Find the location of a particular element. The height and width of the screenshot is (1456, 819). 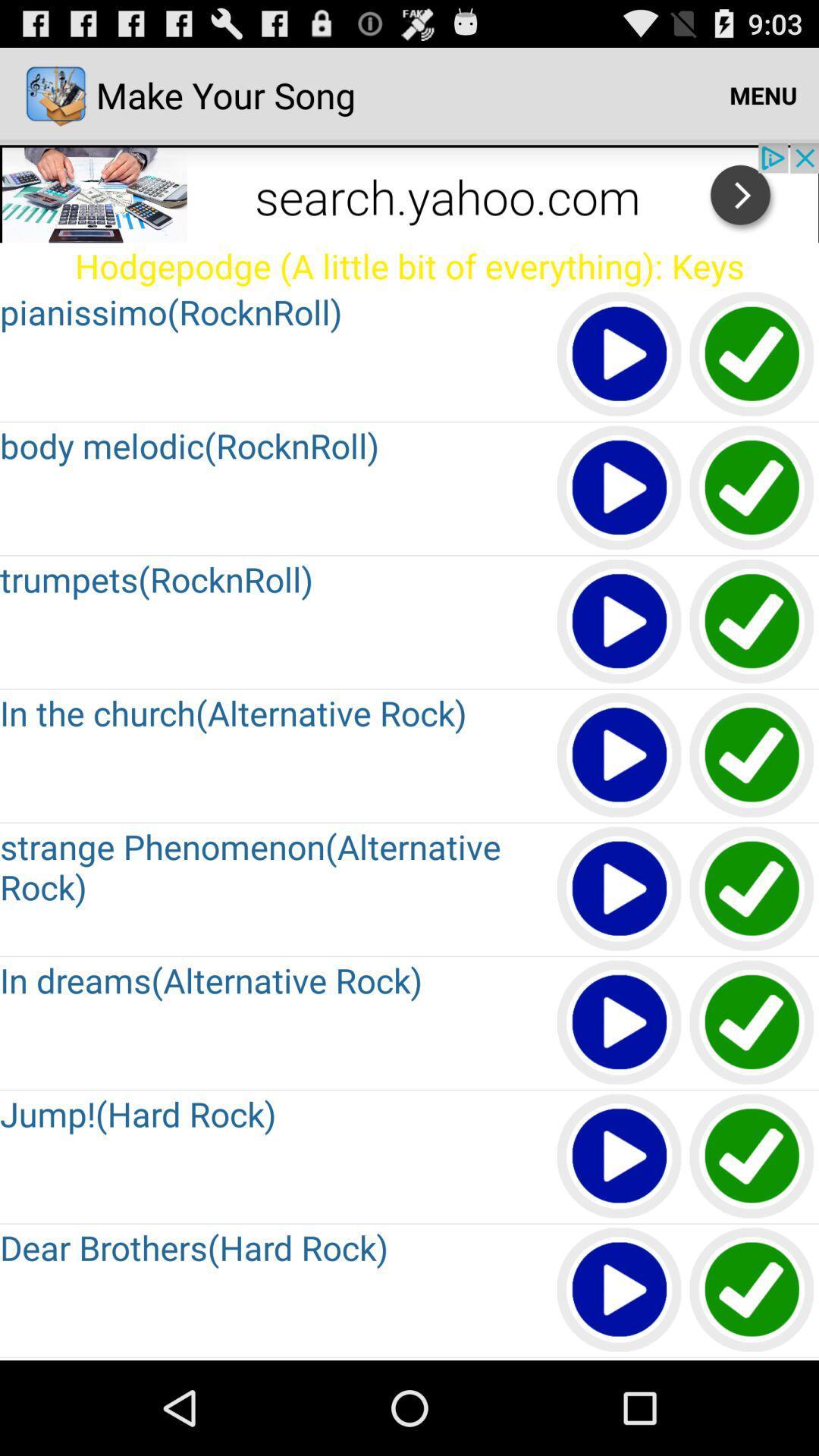

advertisement is located at coordinates (409, 192).